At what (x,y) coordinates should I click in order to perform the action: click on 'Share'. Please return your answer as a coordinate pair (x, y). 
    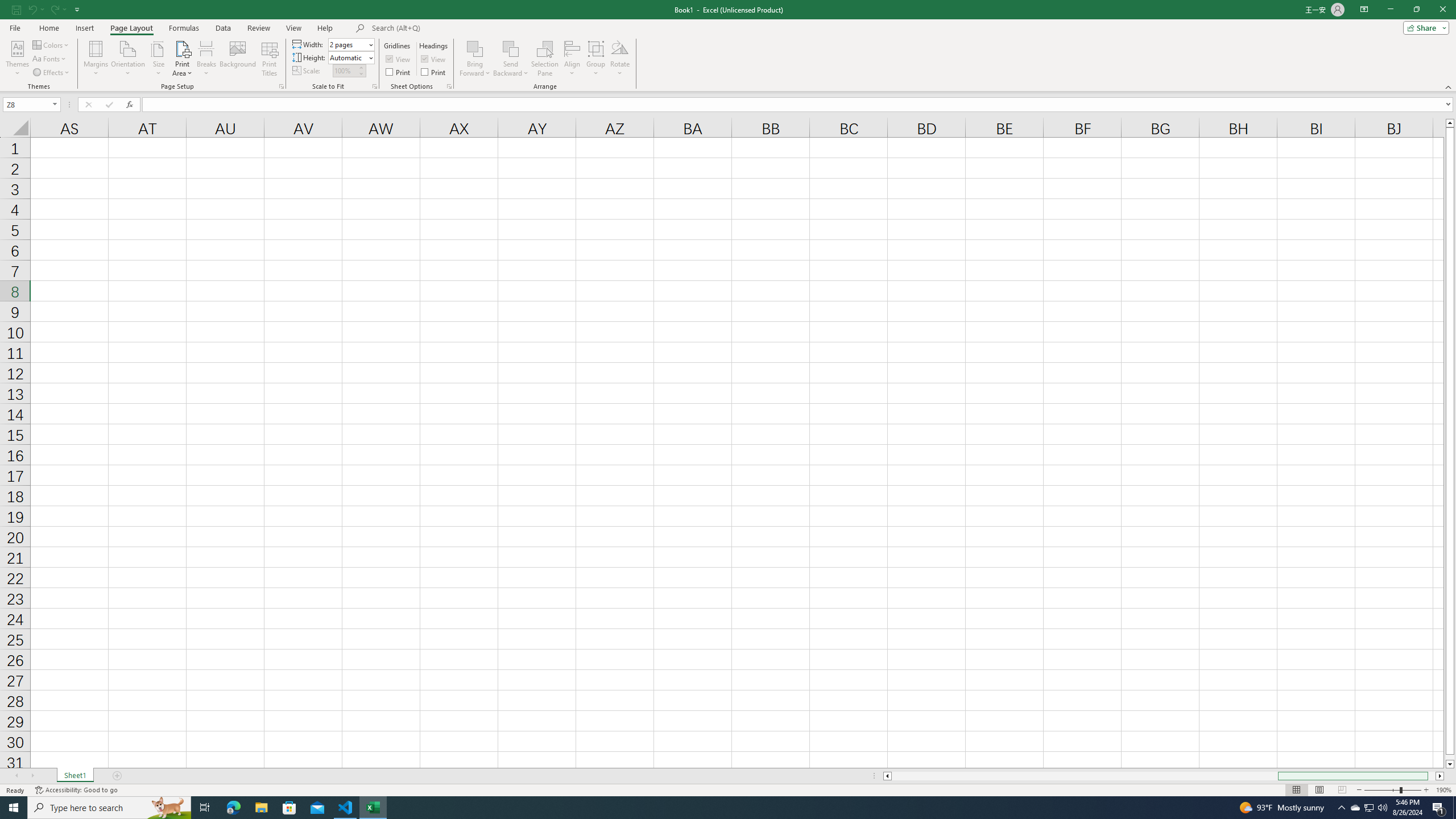
    Looking at the image, I should click on (1423, 27).